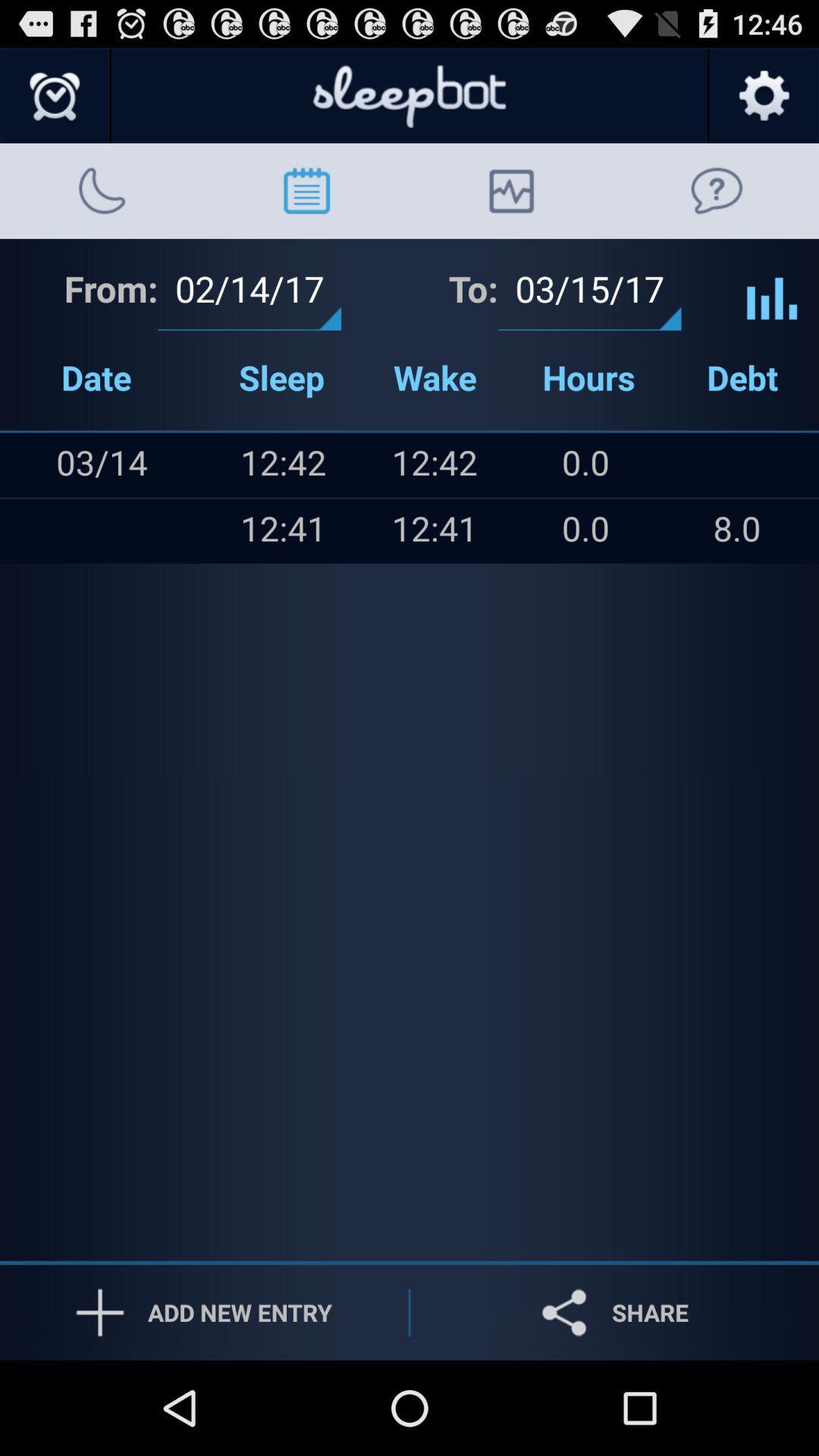  What do you see at coordinates (31, 464) in the screenshot?
I see `the item above the   icon` at bounding box center [31, 464].